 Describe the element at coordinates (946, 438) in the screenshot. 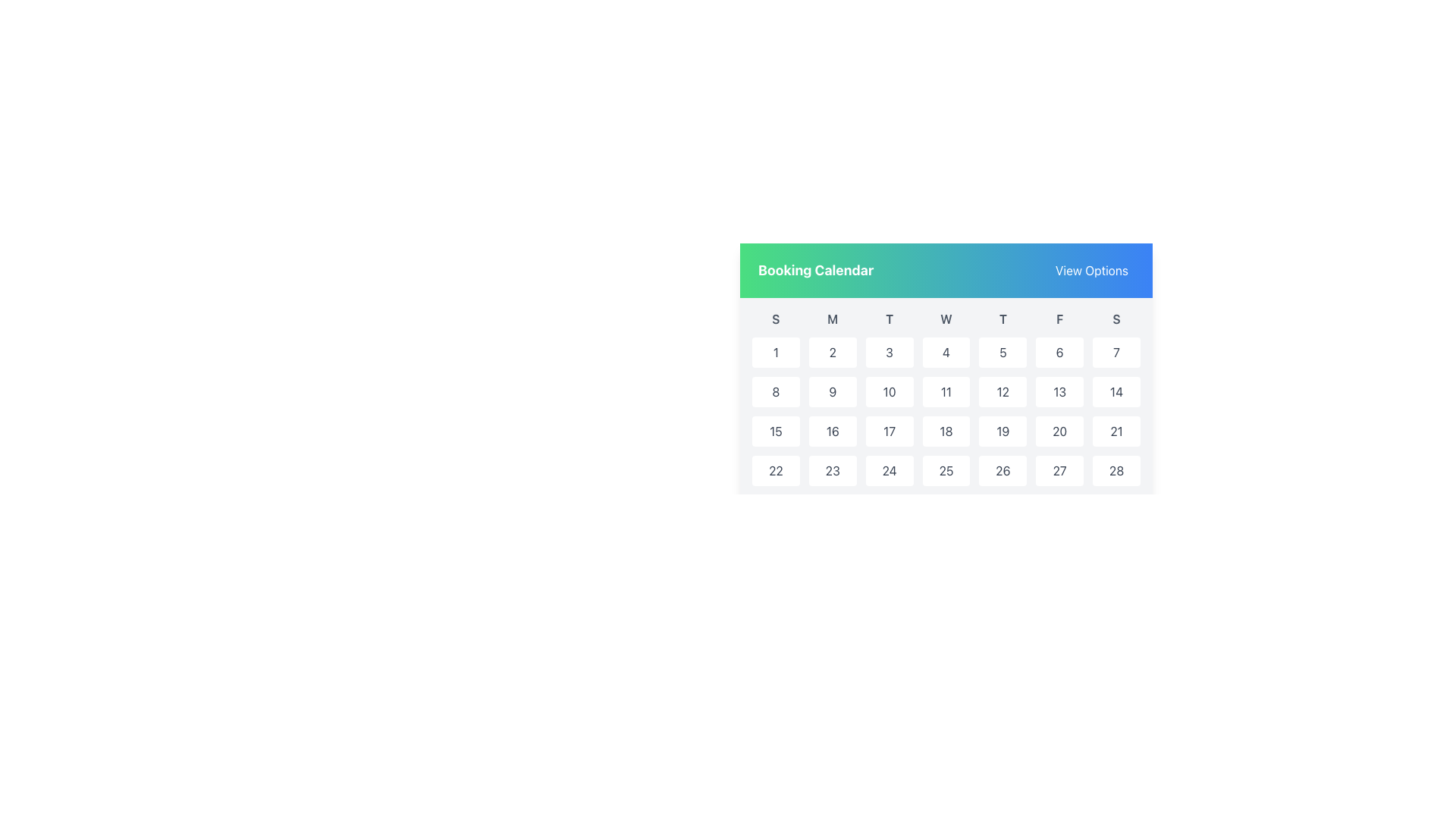

I see `a specific day in the Calendar Grid located just below the 'Booking Calendar' header, which has a light gray background and white day tiles` at that location.